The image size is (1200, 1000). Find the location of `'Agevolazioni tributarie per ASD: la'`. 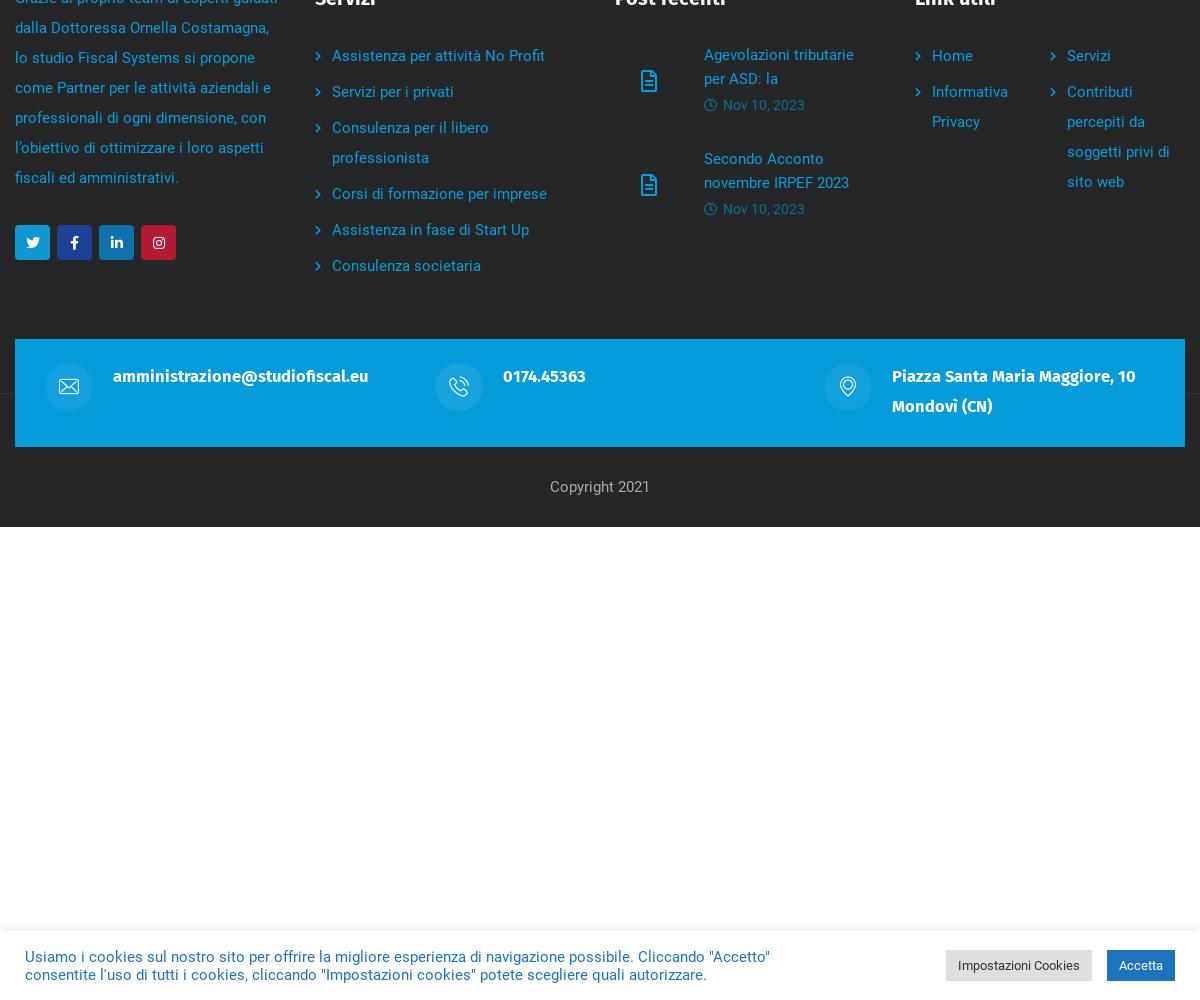

'Agevolazioni tributarie per ASD: la' is located at coordinates (778, 66).